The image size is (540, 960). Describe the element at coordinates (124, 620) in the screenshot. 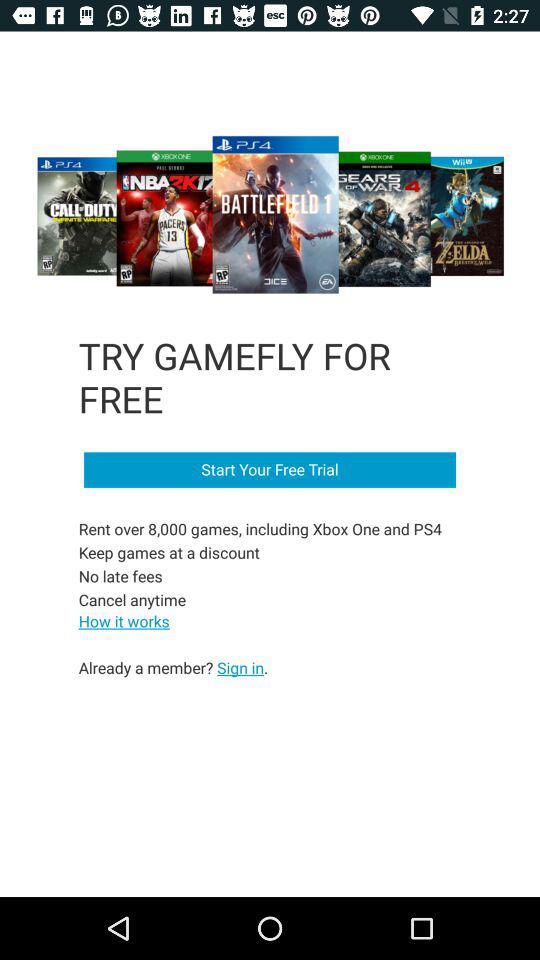

I see `the icon above already a member` at that location.